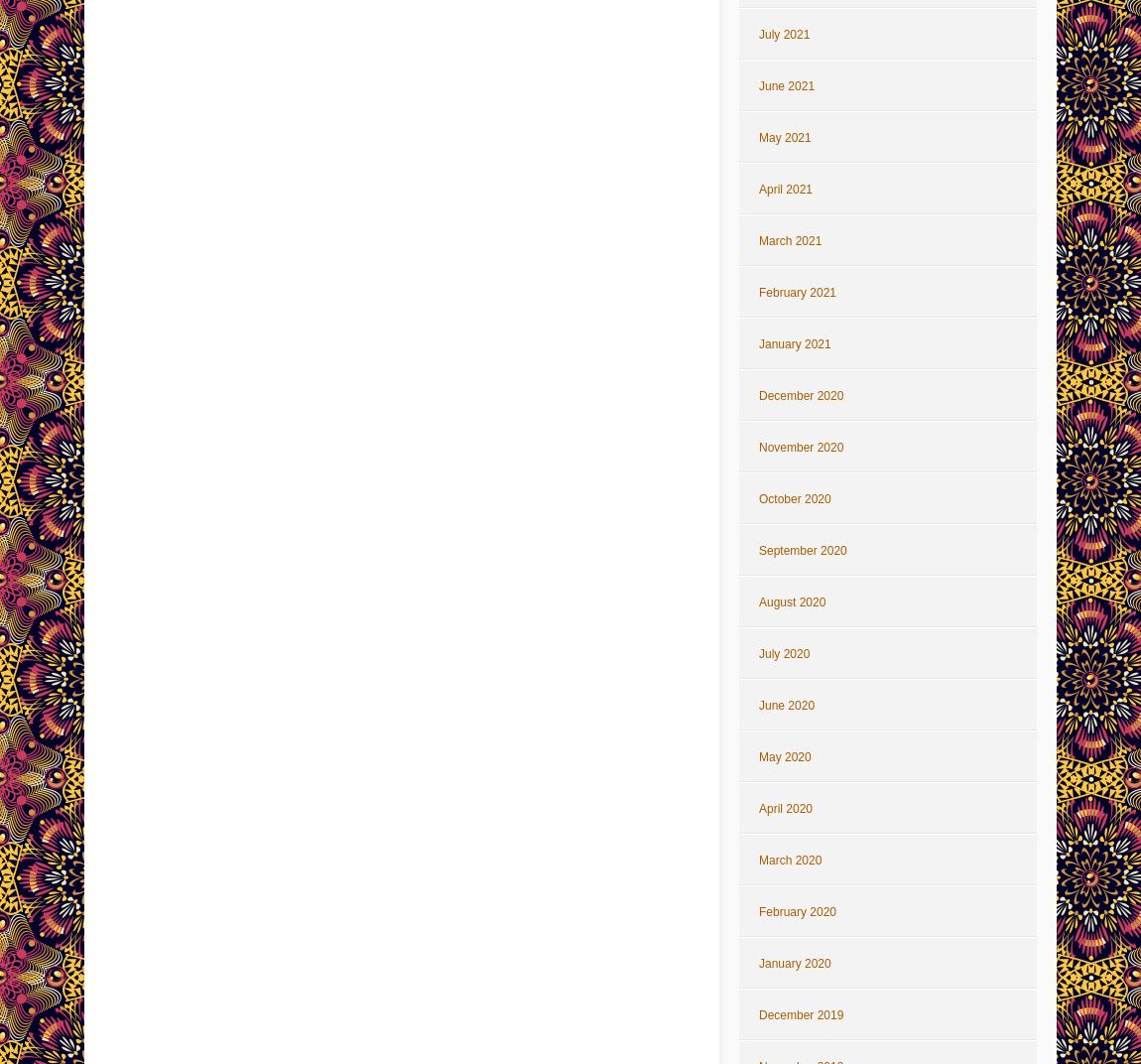 The width and height of the screenshot is (1141, 1064). I want to click on 'January 2021', so click(757, 344).